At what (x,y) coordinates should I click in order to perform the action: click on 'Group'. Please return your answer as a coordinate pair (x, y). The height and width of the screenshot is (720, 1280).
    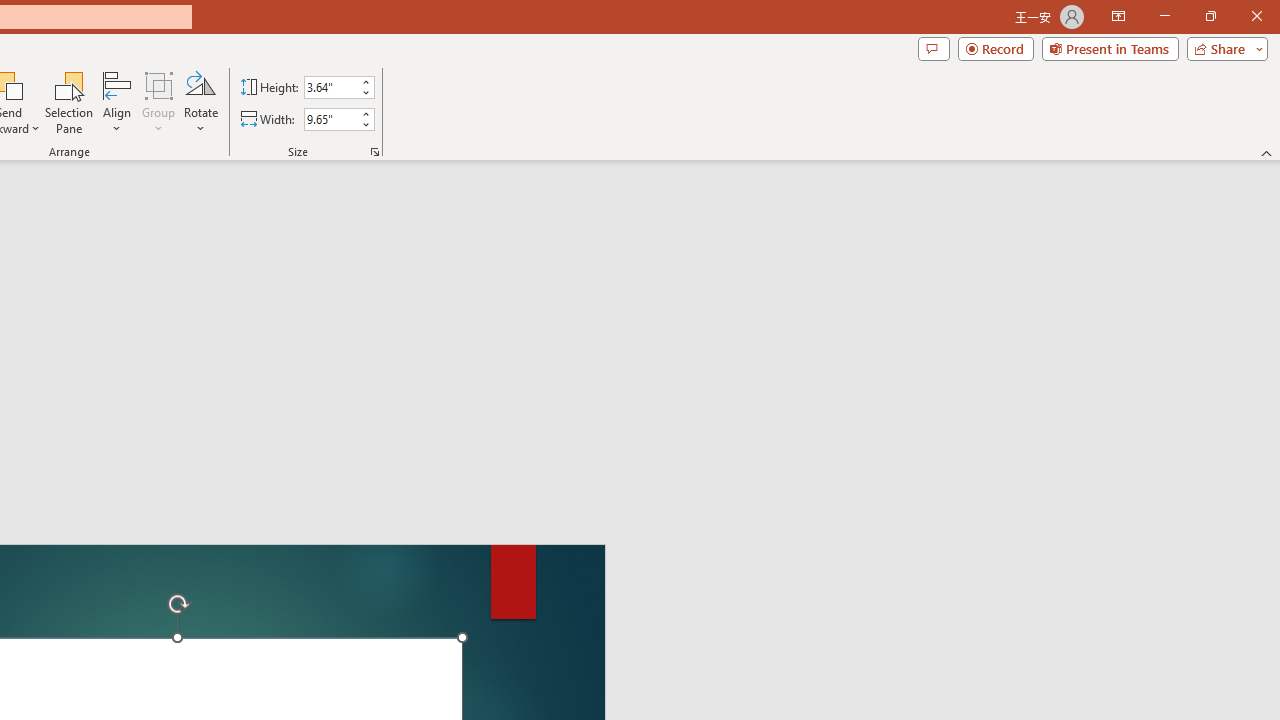
    Looking at the image, I should click on (158, 103).